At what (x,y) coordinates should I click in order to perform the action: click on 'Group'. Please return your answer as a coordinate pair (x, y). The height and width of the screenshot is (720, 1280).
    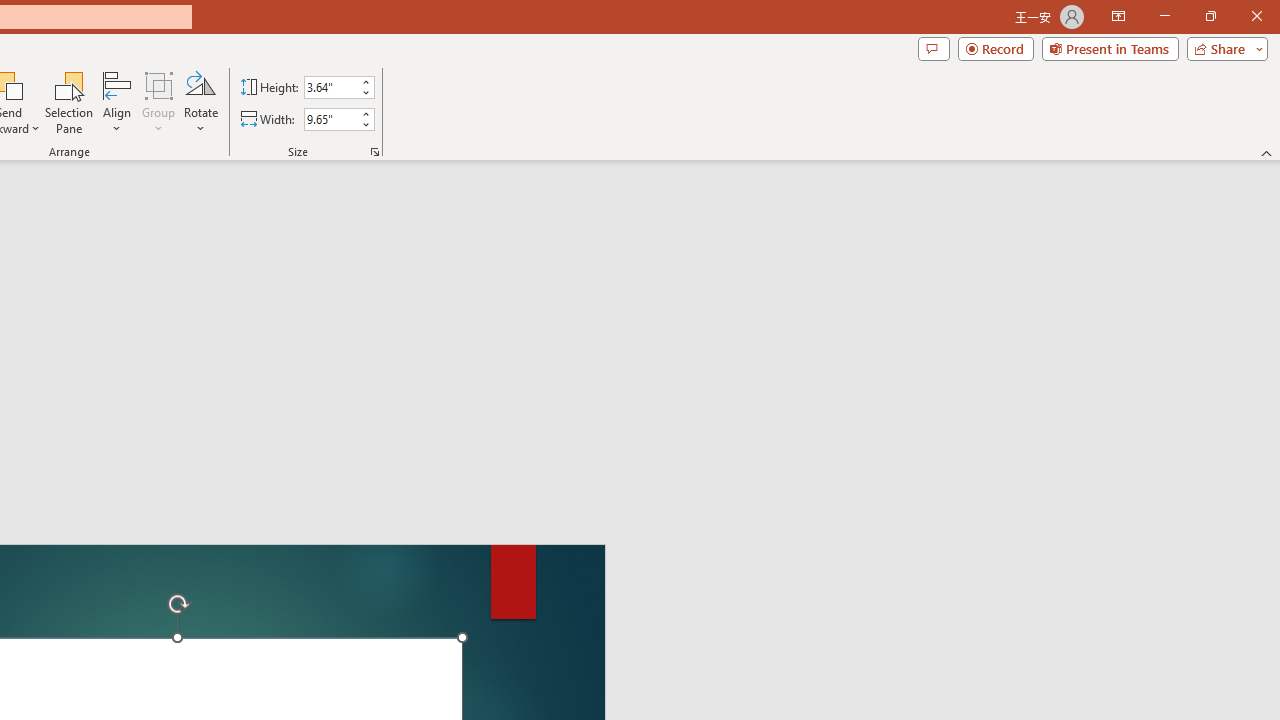
    Looking at the image, I should click on (158, 103).